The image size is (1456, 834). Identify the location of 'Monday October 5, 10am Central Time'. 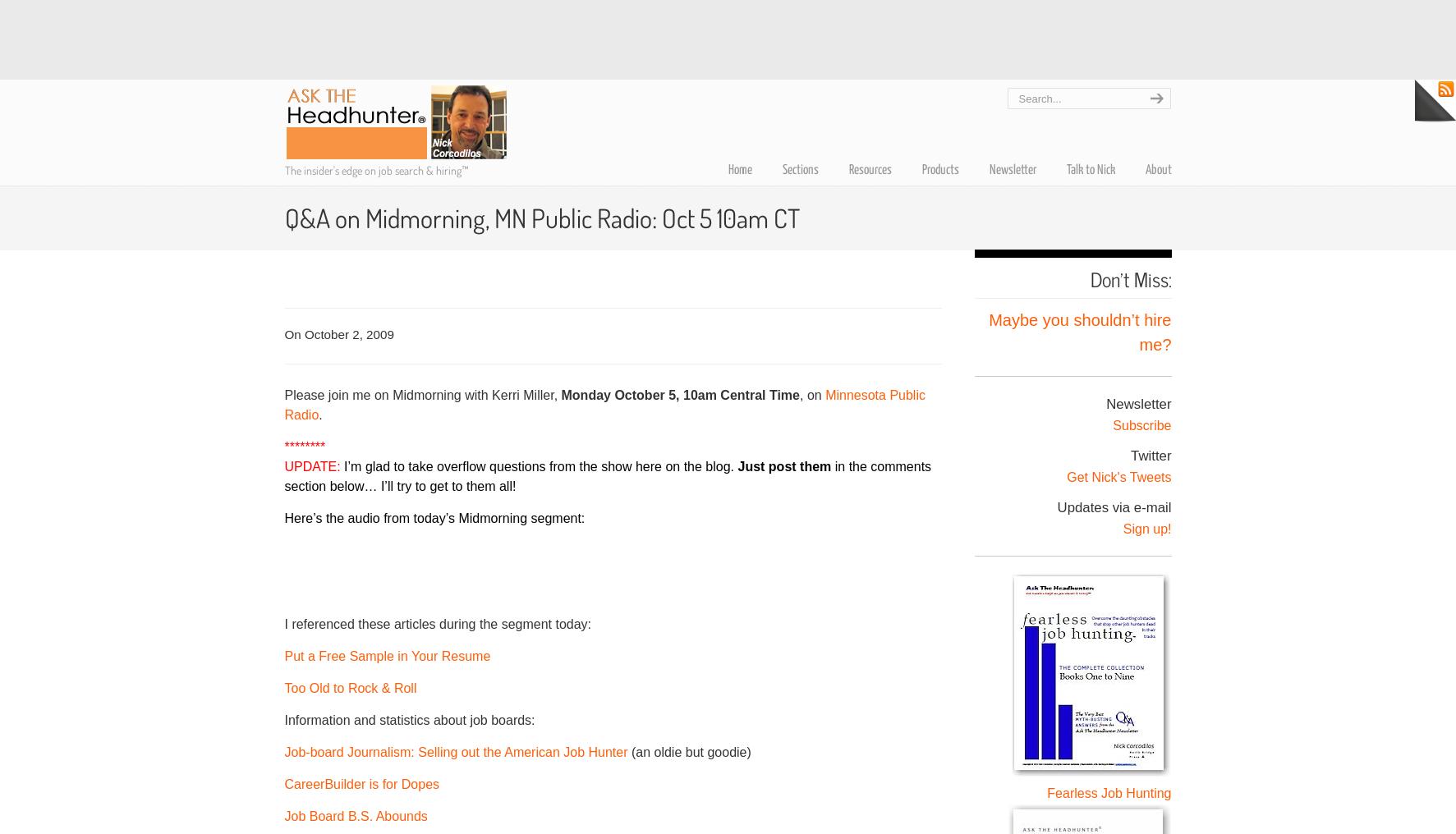
(678, 394).